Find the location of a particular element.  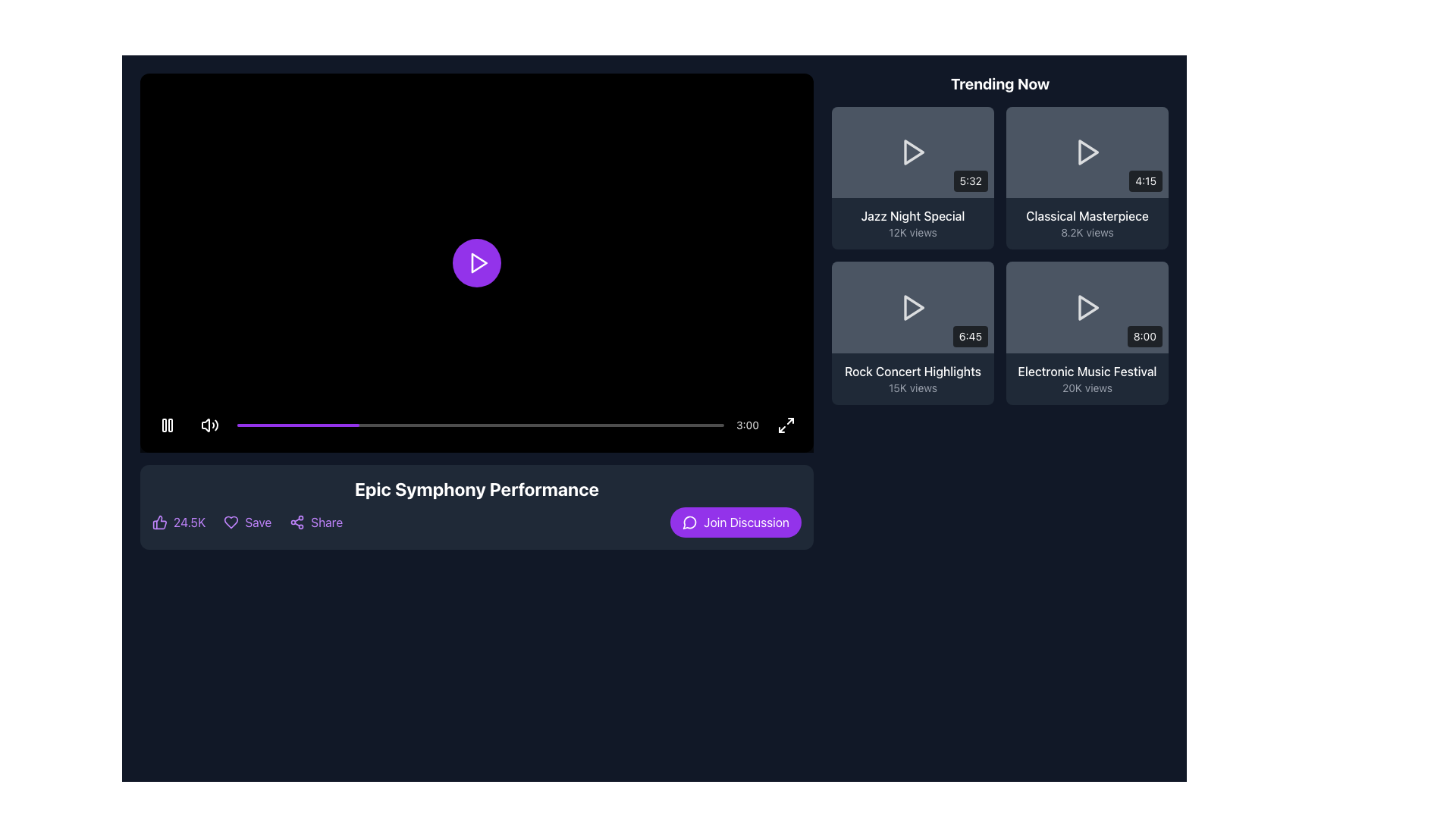

the central play button in the second item of the 2x2 grid of videos in the 'Trending Now' section is located at coordinates (1087, 152).